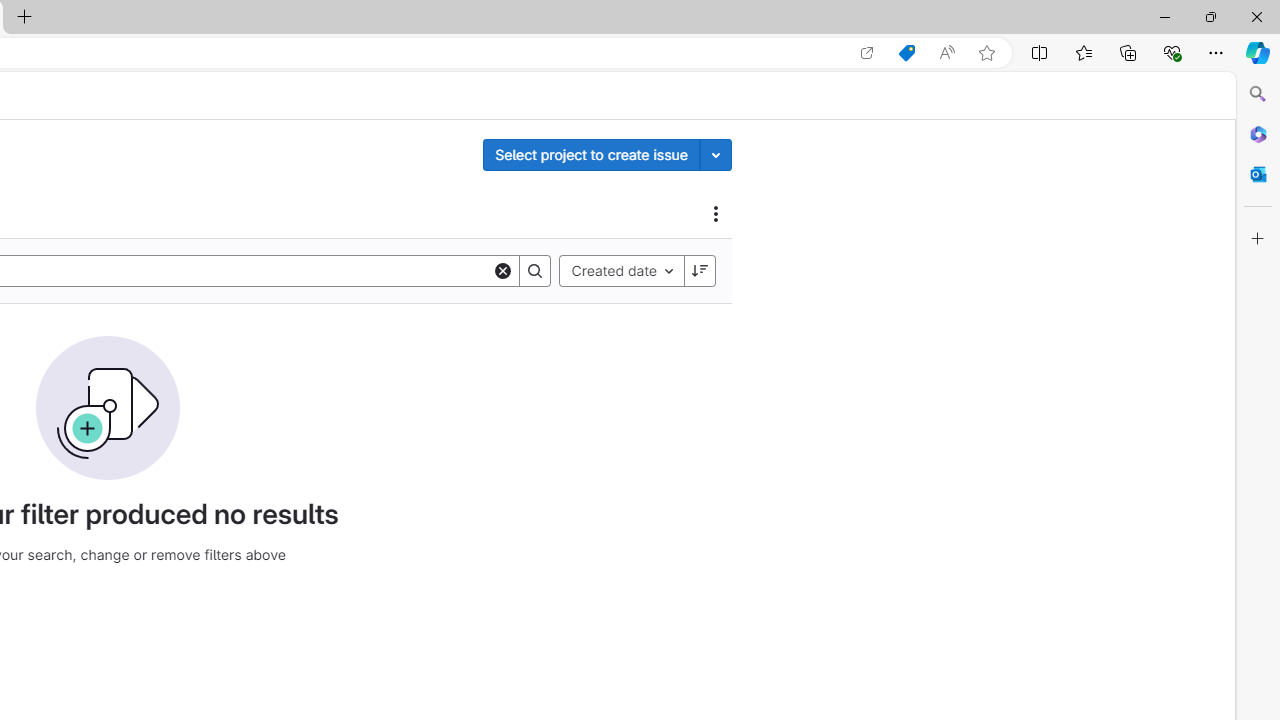  Describe the element at coordinates (699, 270) in the screenshot. I see `'Sort direction: Descending'` at that location.